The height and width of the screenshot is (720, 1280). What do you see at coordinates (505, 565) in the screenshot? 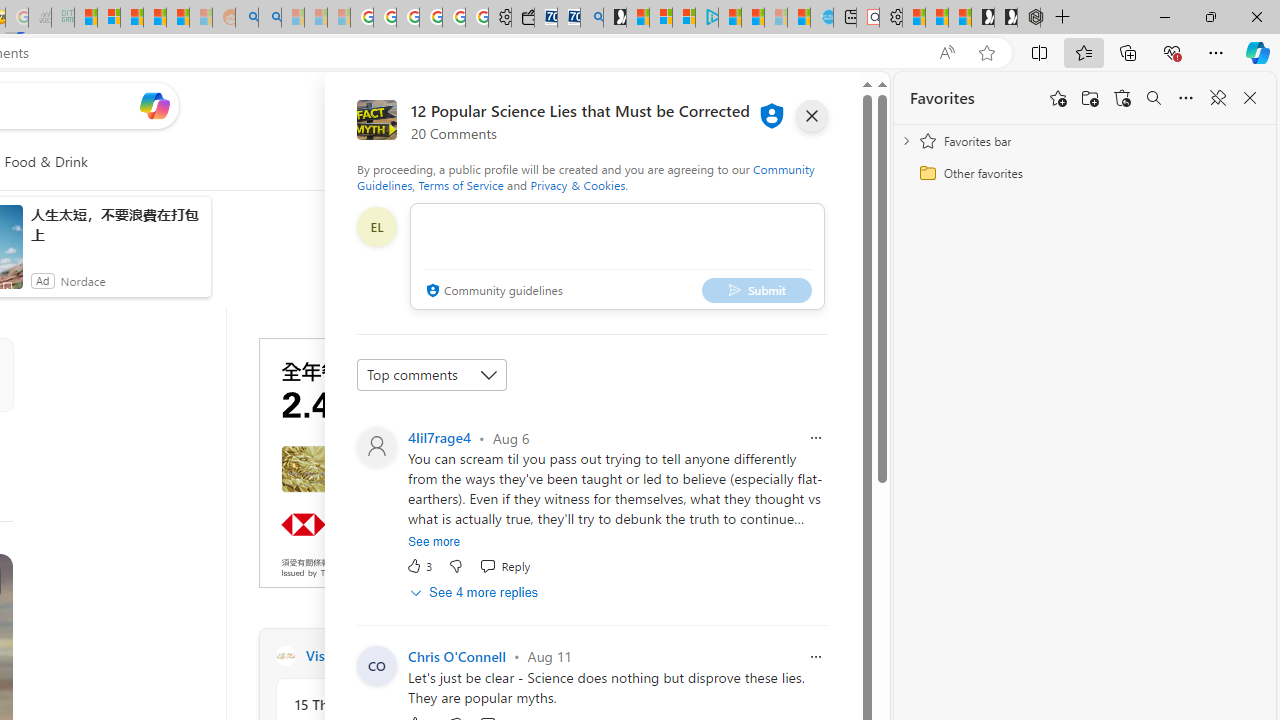
I see `'Reply Reply Comment'` at bounding box center [505, 565].